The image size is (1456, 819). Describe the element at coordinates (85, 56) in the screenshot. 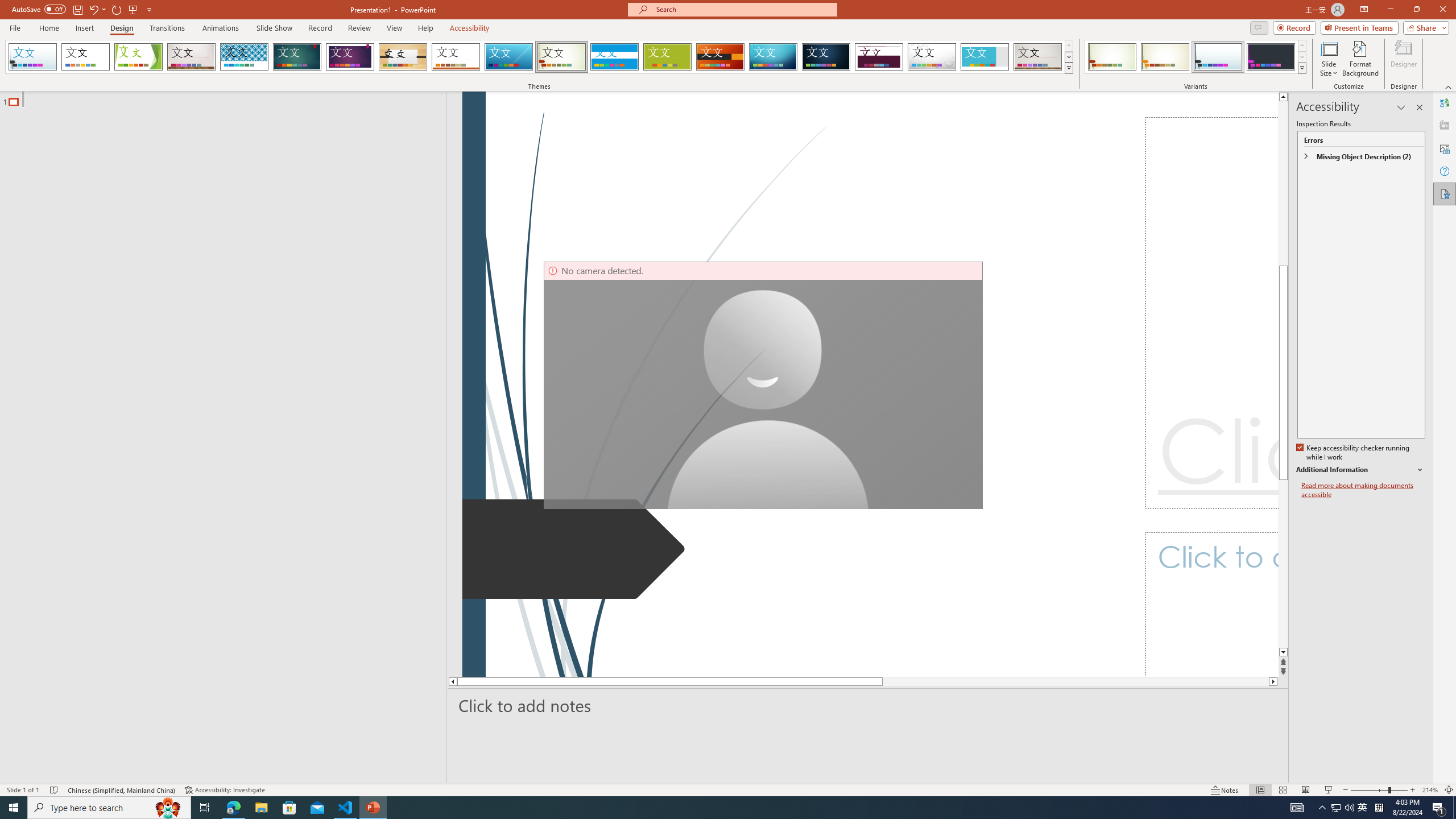

I see `'Office Theme'` at that location.